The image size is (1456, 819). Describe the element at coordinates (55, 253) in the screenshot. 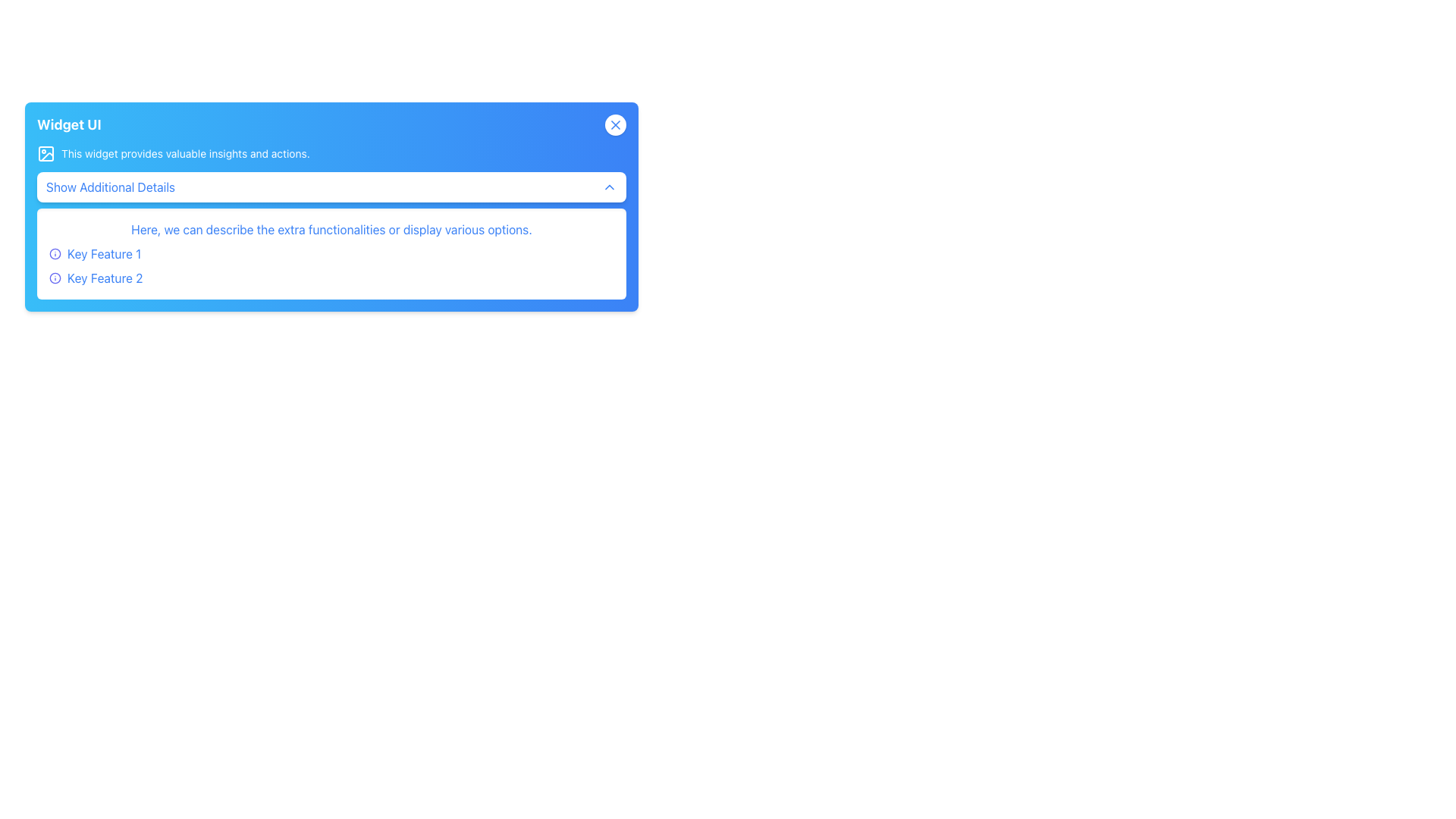

I see `the SVG circle representing the 'info' icon located on the top-left side of the blue widget box` at that location.